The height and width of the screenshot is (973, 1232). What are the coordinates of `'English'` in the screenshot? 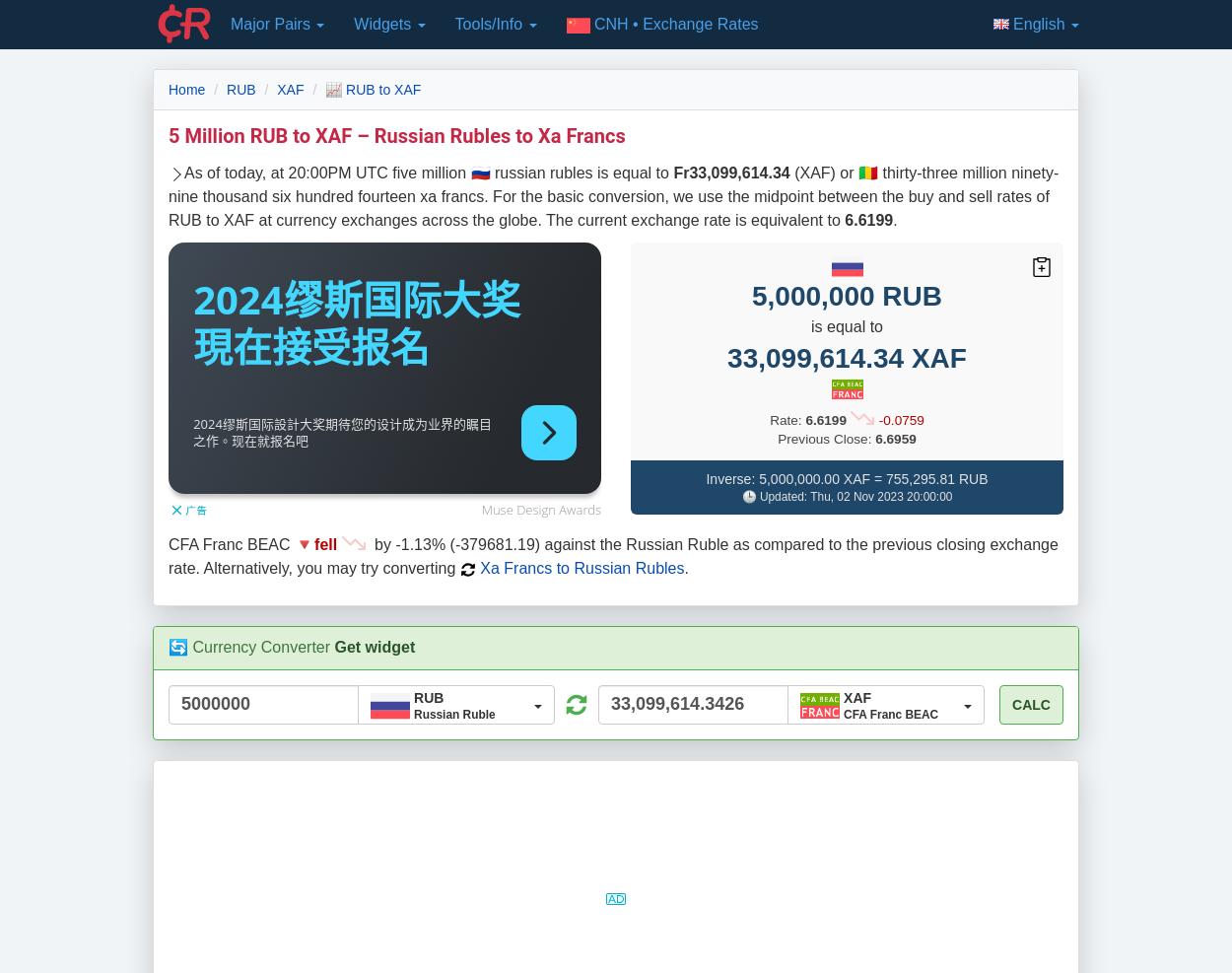 It's located at (1041, 23).